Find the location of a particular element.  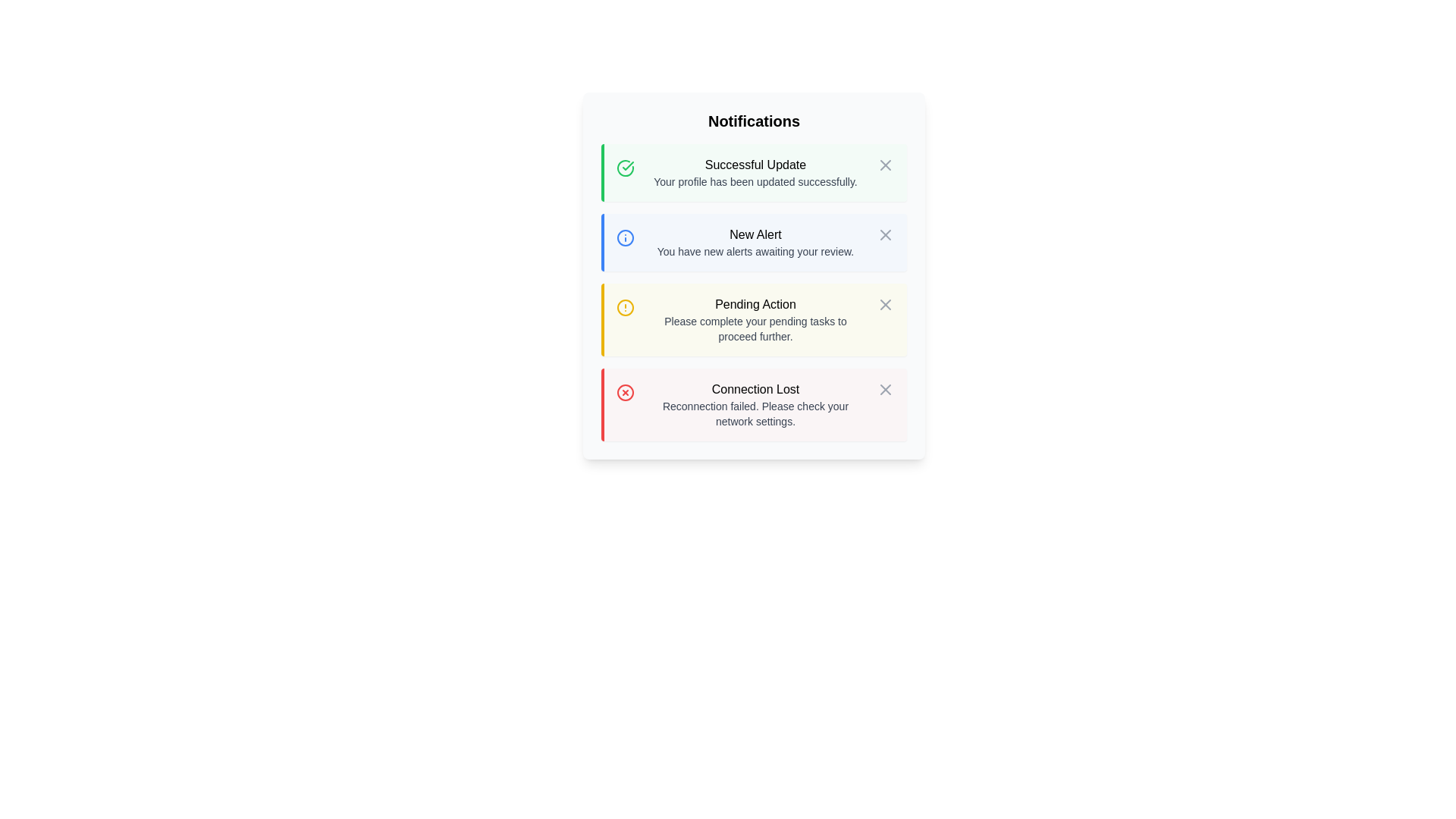

the small gray 'X' icon button located in the top right corner of the first notification, next to the 'Successful Update' message, to change its visual state is located at coordinates (885, 165).